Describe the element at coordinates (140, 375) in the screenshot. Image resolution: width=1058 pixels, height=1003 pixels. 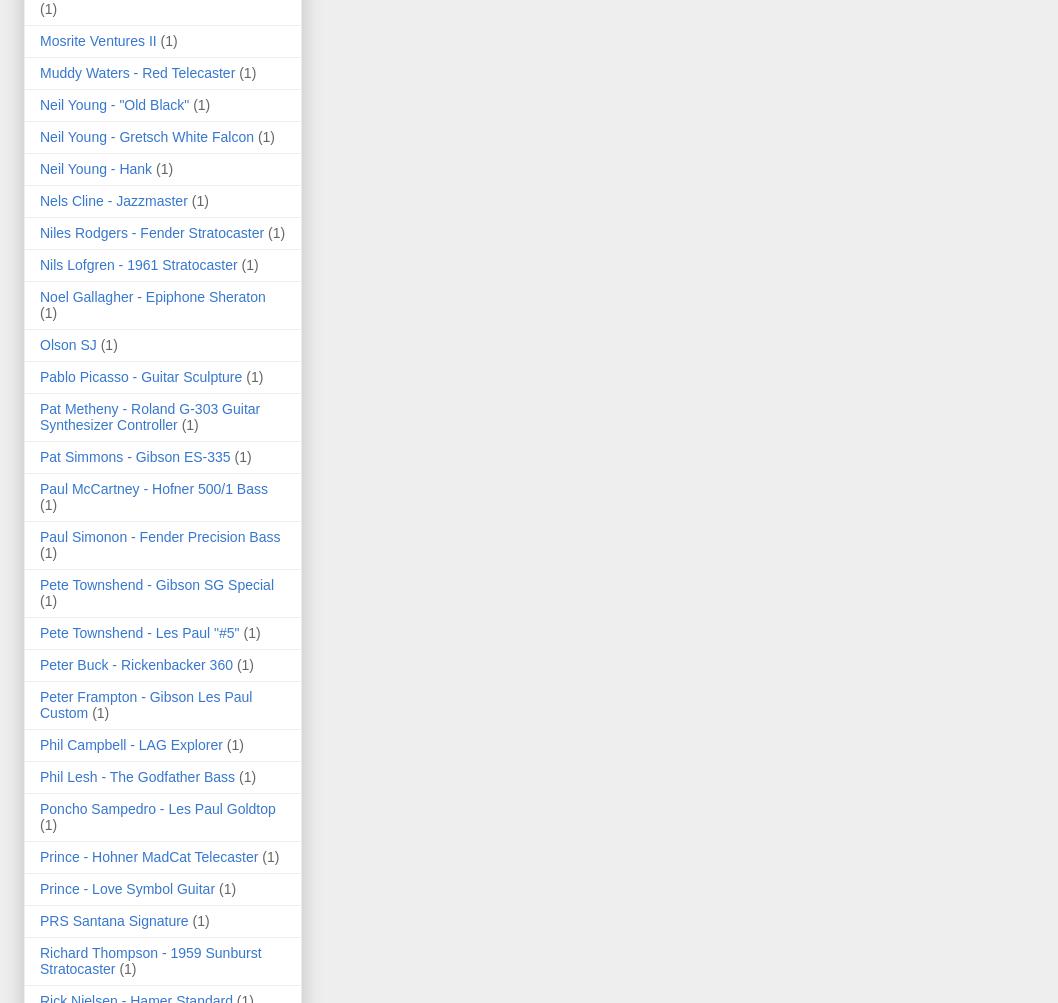
I see `'Pablo Picasso - Guitar Sculpture'` at that location.